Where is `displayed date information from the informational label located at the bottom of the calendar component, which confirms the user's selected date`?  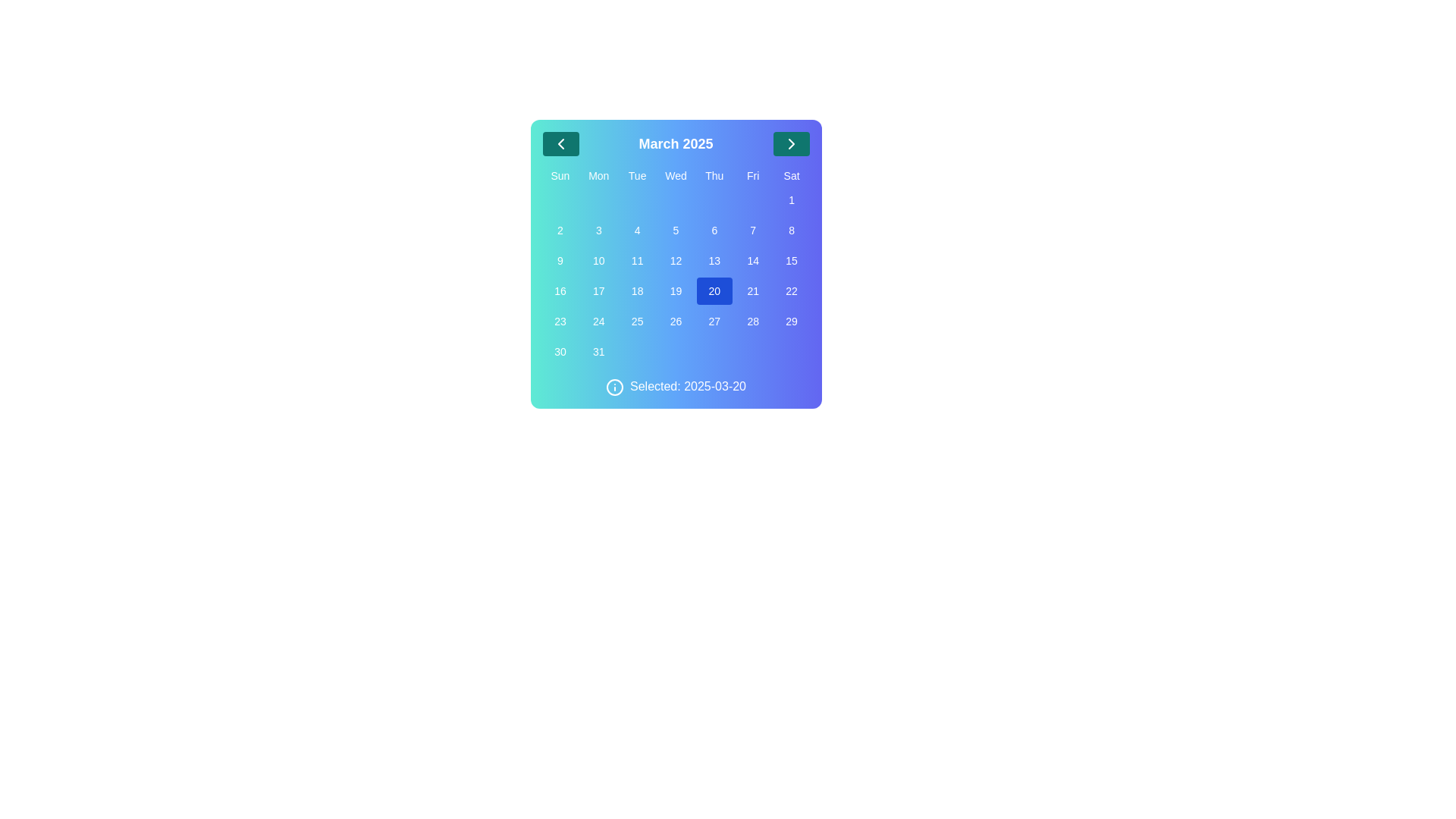 displayed date information from the informational label located at the bottom of the calendar component, which confirms the user's selected date is located at coordinates (675, 386).